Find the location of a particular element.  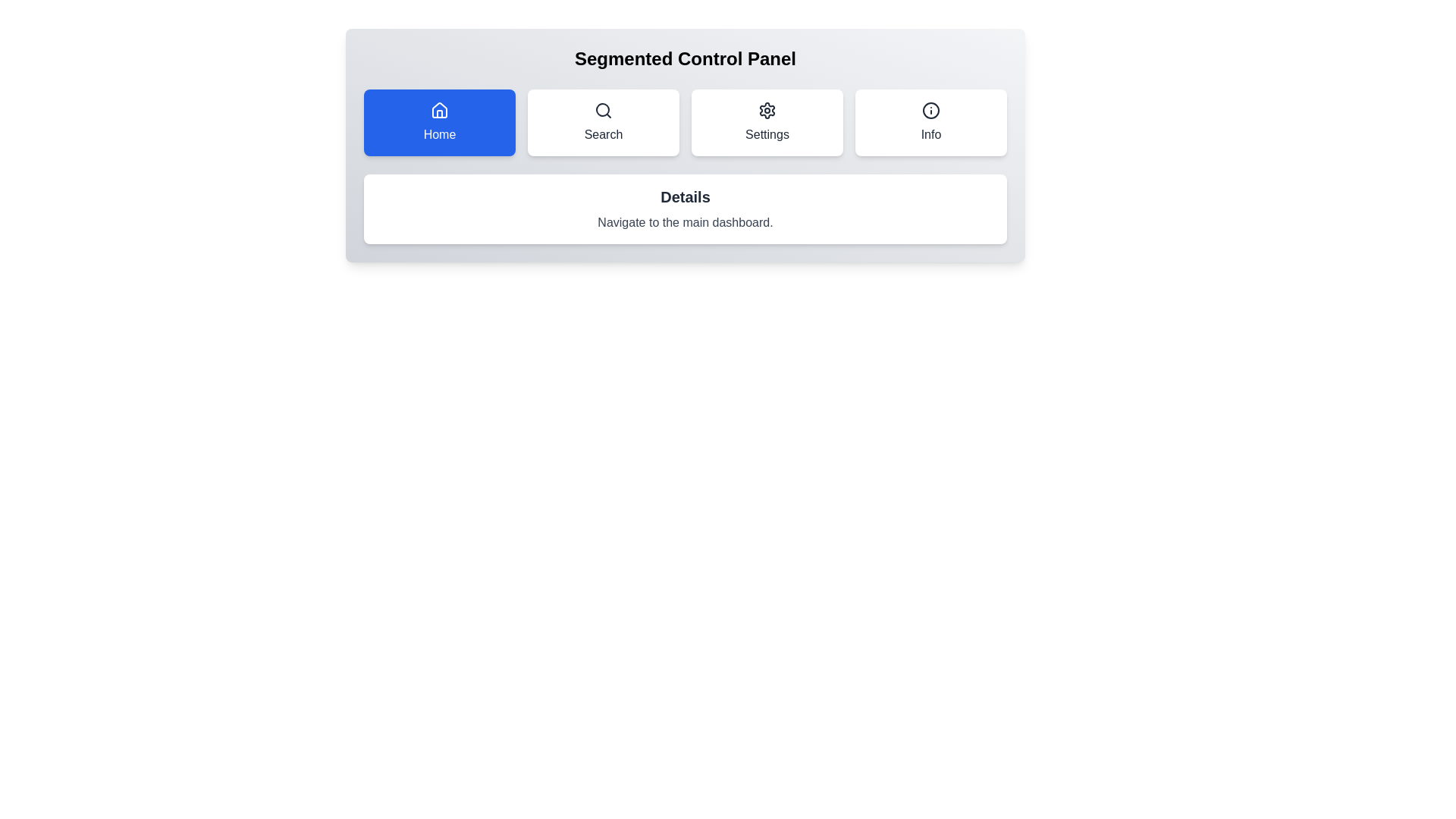

the 'Search' button, which is the second button in the horizontal grid layout, displaying a magnifying glass icon and the text 'Search' is located at coordinates (603, 122).